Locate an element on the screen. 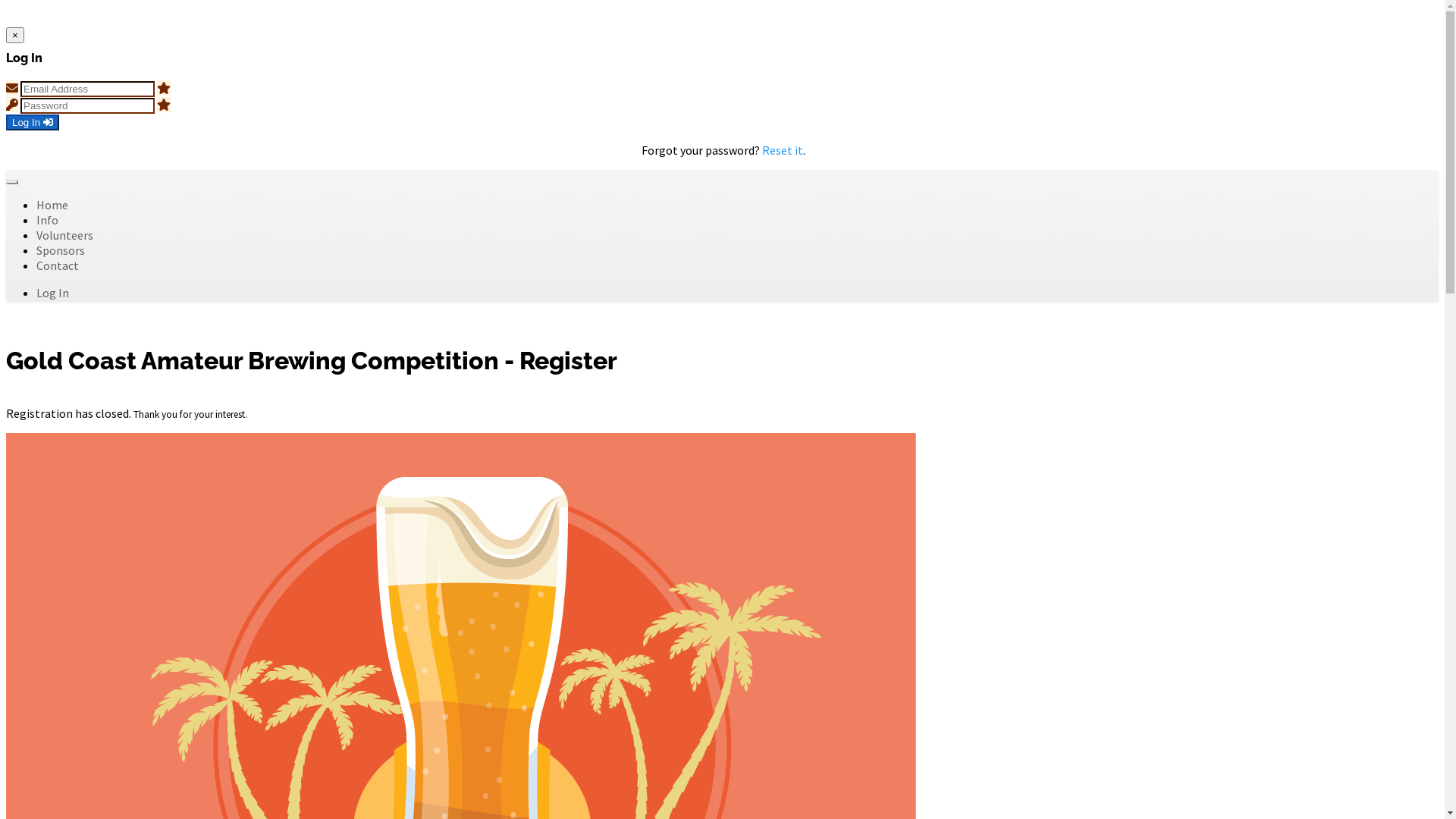 The image size is (1456, 819). 'Sponsors' is located at coordinates (61, 249).